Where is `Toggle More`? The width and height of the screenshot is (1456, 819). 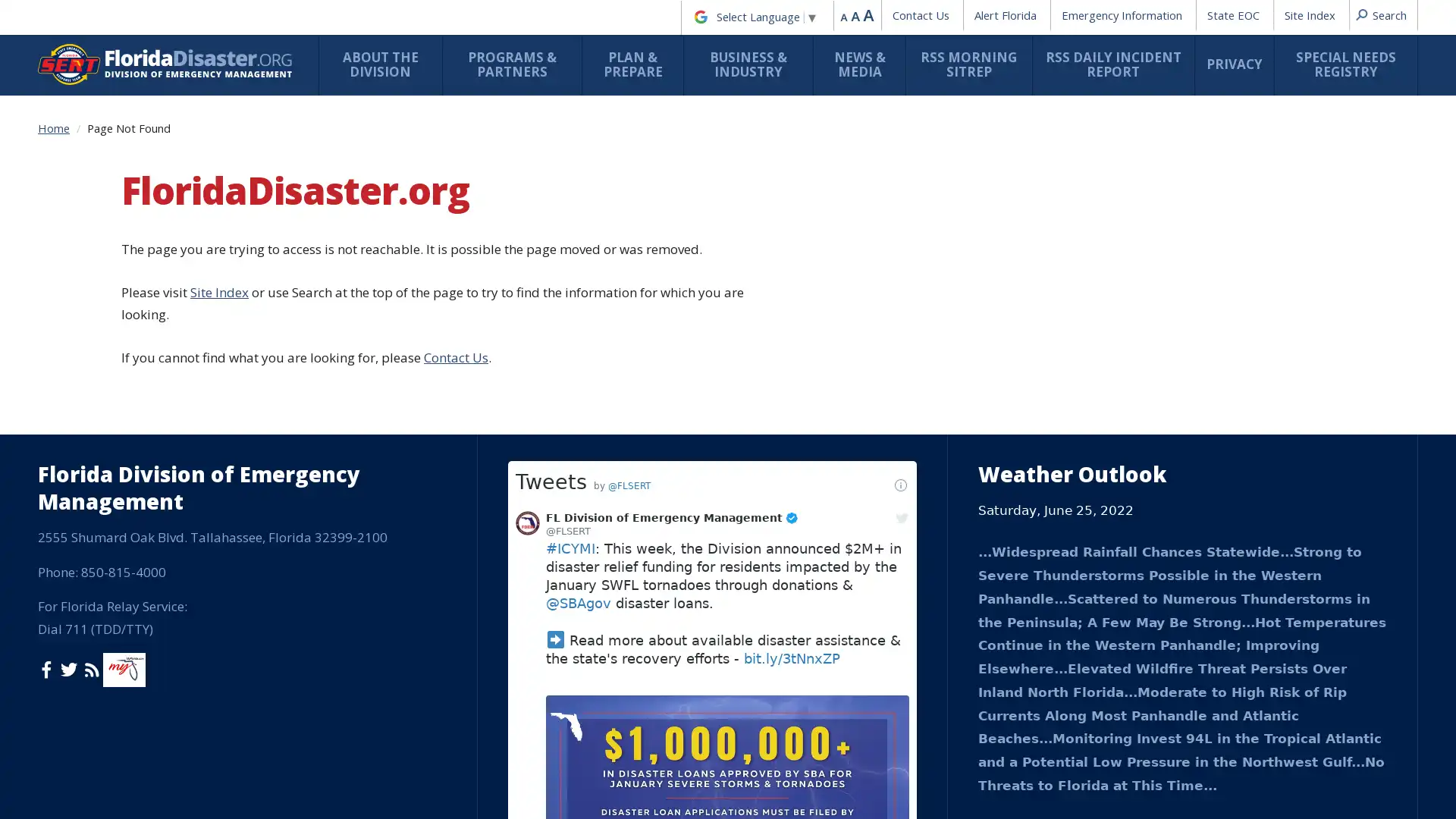 Toggle More is located at coordinates (760, 657).